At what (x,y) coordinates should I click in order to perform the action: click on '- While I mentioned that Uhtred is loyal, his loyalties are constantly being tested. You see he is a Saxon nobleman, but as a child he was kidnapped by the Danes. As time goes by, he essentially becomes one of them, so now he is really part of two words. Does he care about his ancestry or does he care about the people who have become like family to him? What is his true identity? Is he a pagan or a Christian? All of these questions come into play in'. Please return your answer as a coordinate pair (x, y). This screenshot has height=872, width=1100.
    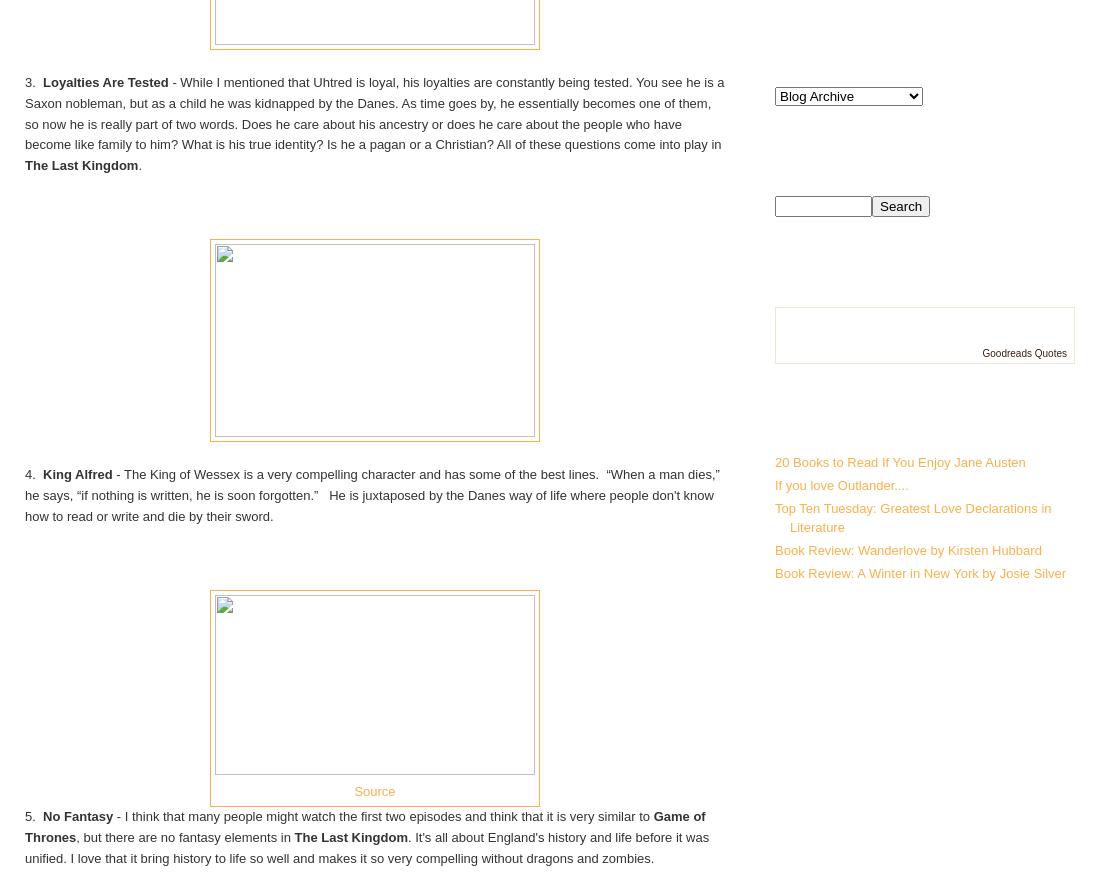
    Looking at the image, I should click on (374, 113).